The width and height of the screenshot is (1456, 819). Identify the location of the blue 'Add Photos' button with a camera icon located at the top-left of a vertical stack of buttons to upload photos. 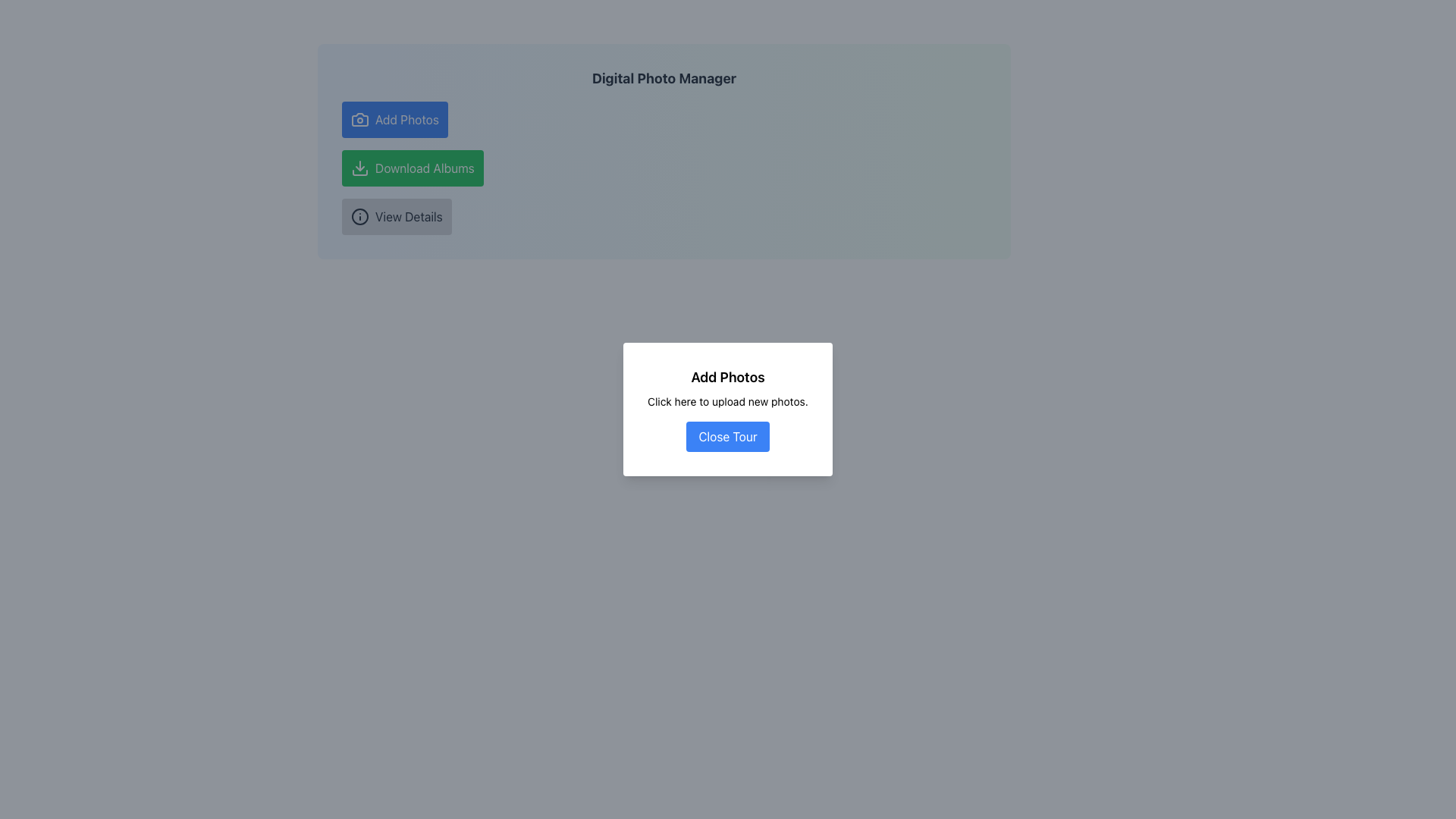
(394, 119).